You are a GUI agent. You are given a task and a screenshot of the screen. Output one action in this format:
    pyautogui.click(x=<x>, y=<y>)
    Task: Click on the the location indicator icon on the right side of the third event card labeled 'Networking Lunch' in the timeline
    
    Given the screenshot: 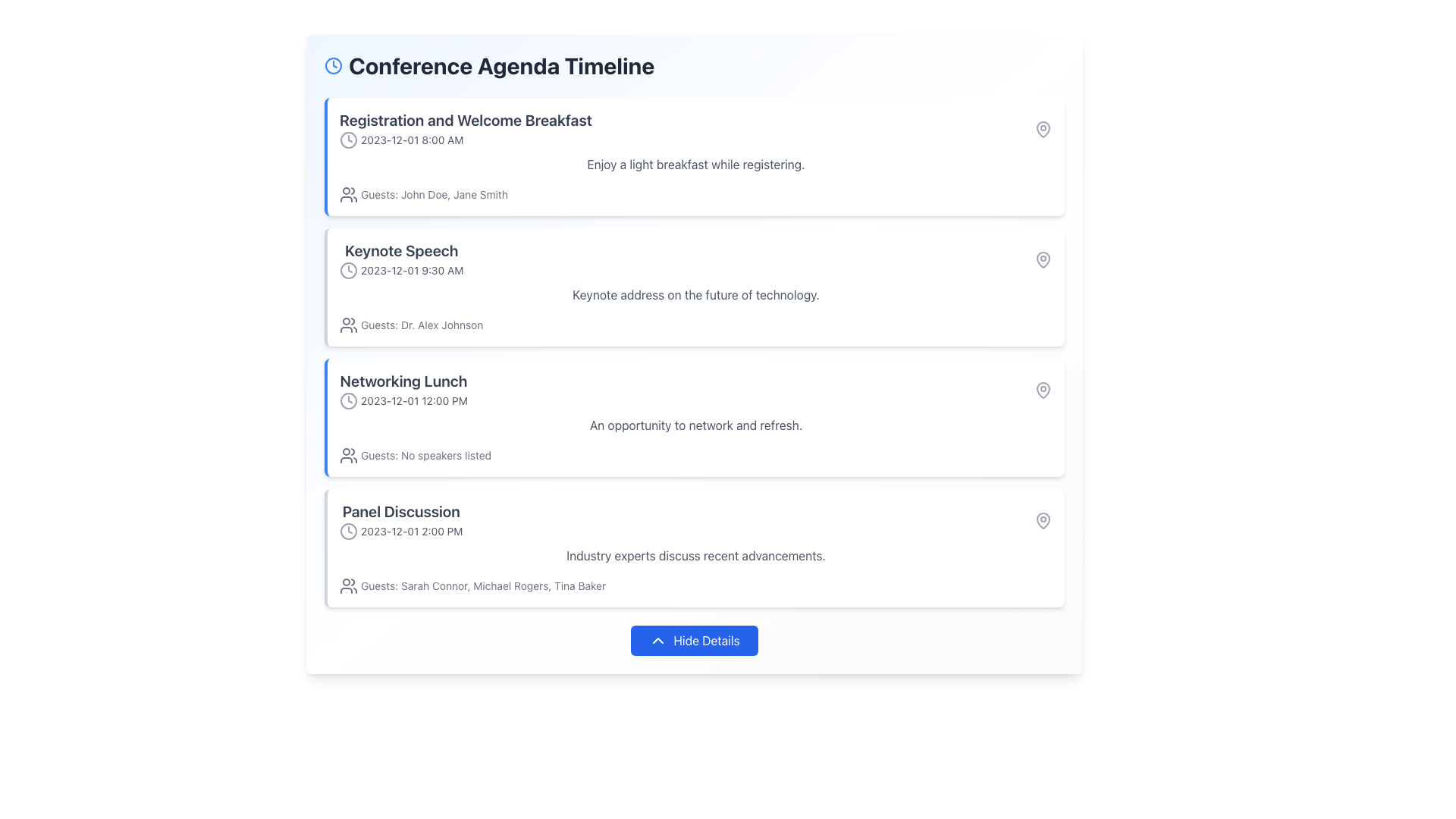 What is the action you would take?
    pyautogui.click(x=1043, y=388)
    